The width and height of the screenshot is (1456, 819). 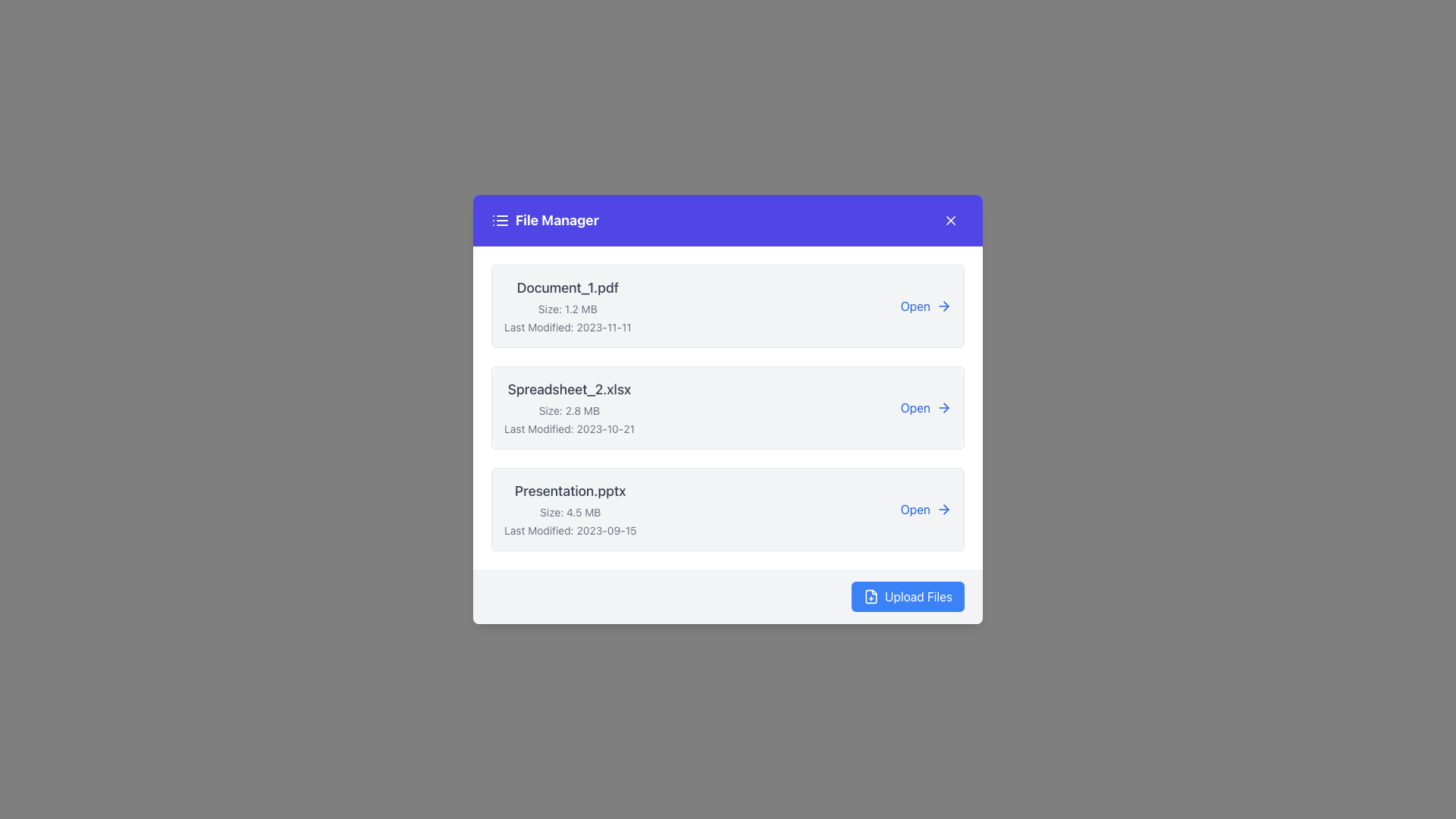 What do you see at coordinates (946, 306) in the screenshot?
I see `the right-pointing arrow icon located to the right of the horizontal line in the 'Document_1.pdf' entry` at bounding box center [946, 306].